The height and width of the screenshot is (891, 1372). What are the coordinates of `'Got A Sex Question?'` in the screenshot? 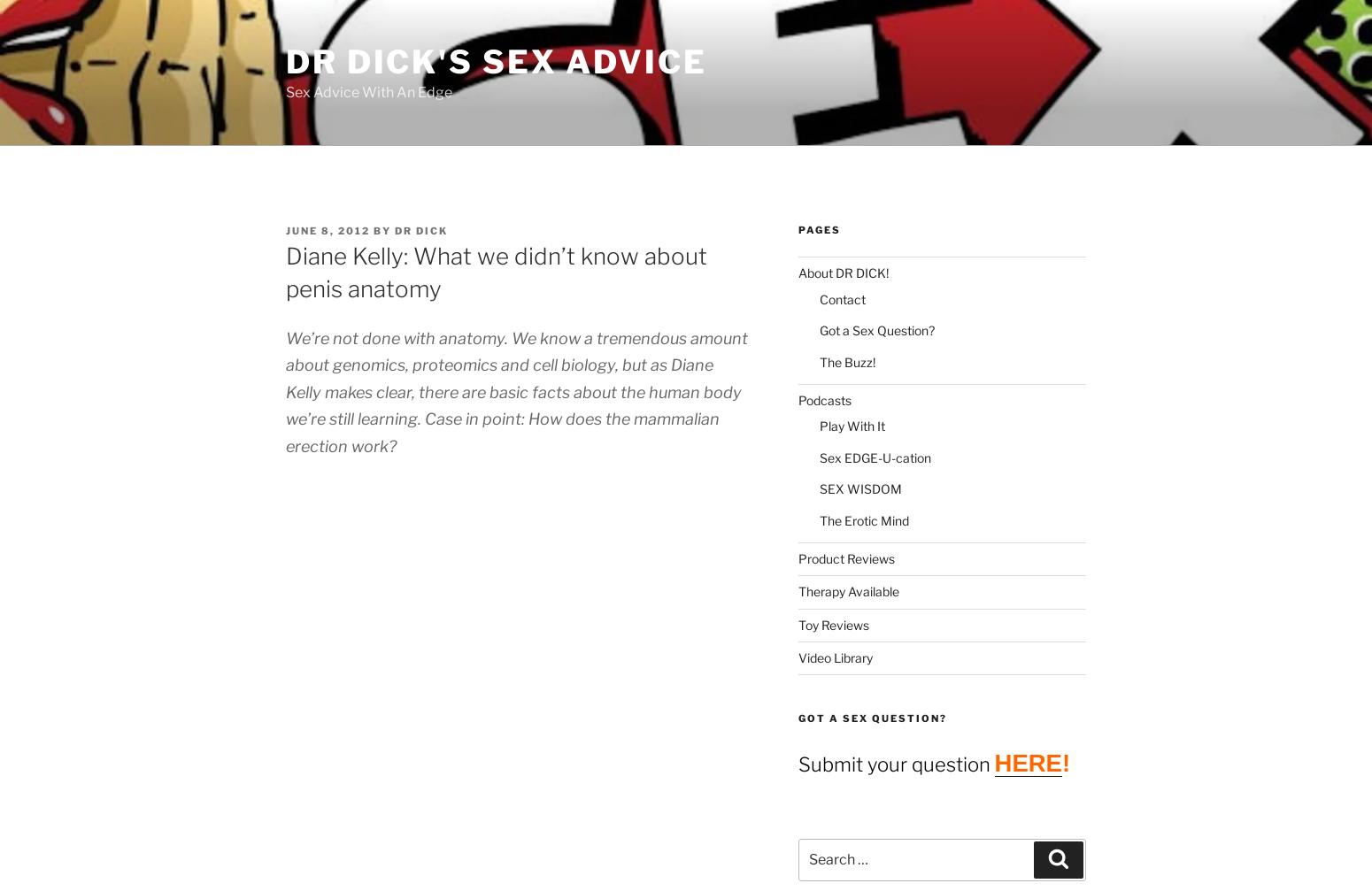 It's located at (871, 718).